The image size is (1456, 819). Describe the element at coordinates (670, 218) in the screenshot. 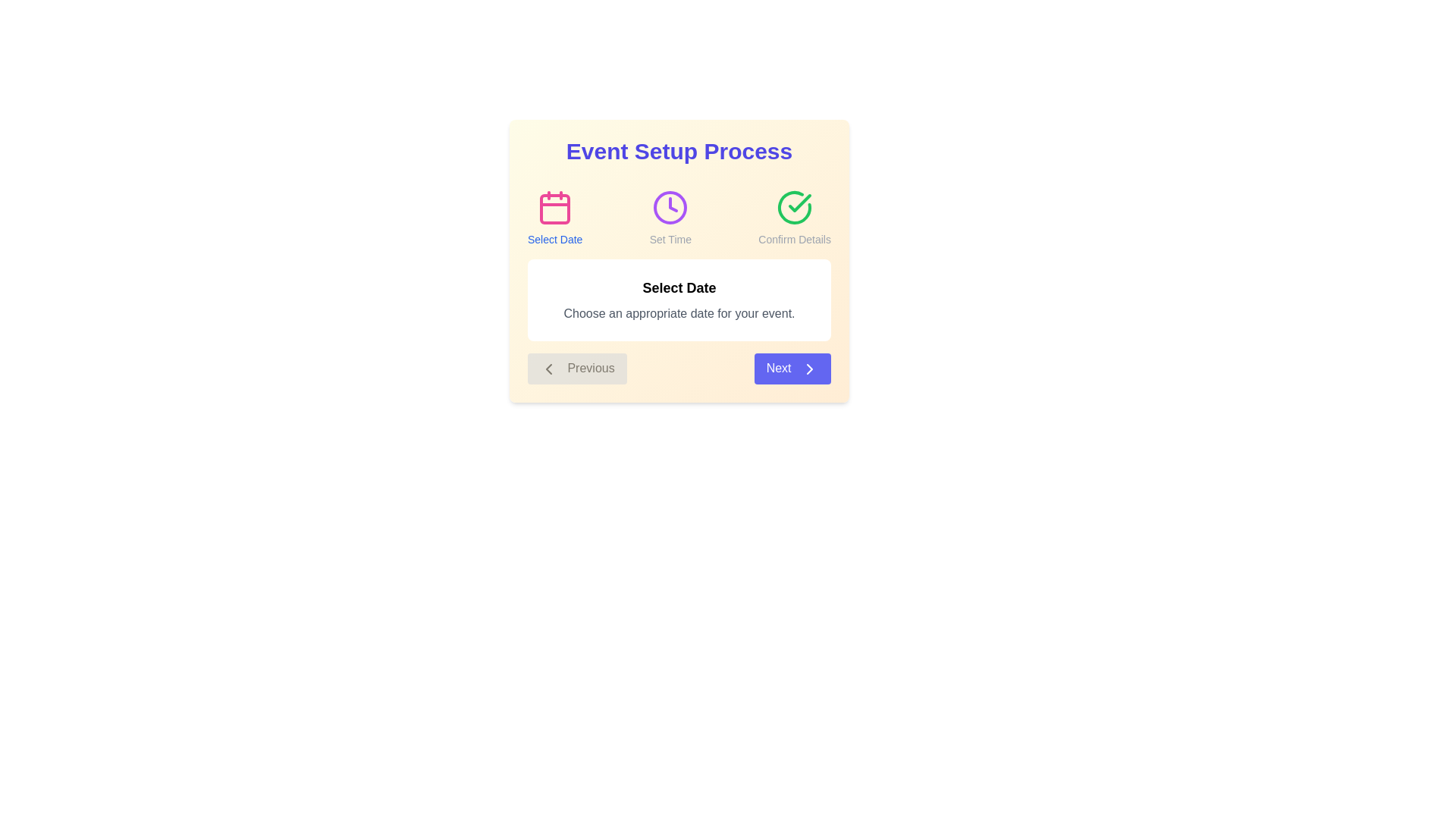

I see `the step indicator for Set Time to view its description` at that location.